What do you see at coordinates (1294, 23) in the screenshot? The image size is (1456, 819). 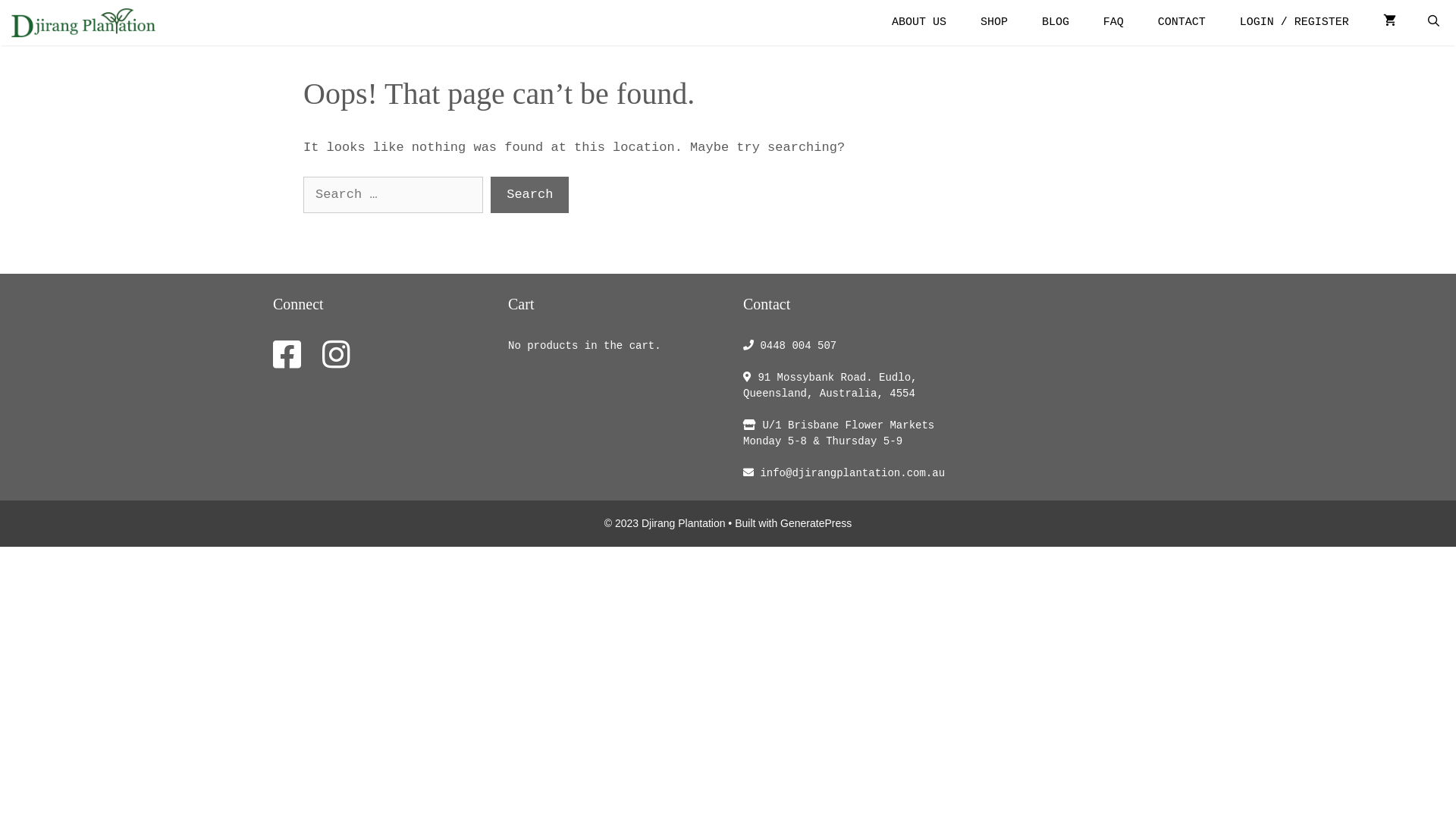 I see `'LOGIN / REGISTER'` at bounding box center [1294, 23].